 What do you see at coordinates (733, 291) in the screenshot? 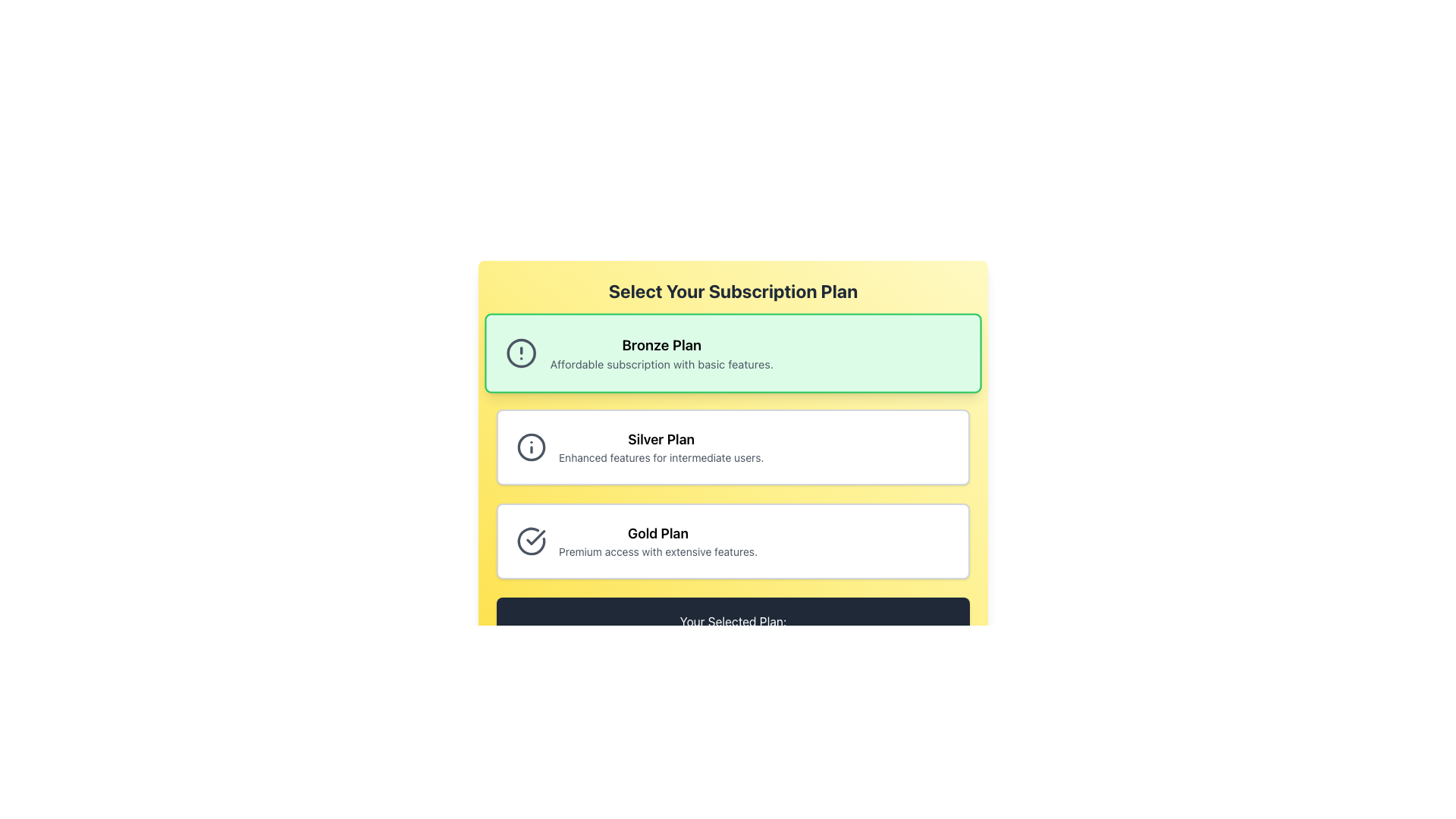
I see `text label that serves as the title for the subscription plan selection section, located at the top of the card-like interface` at bounding box center [733, 291].